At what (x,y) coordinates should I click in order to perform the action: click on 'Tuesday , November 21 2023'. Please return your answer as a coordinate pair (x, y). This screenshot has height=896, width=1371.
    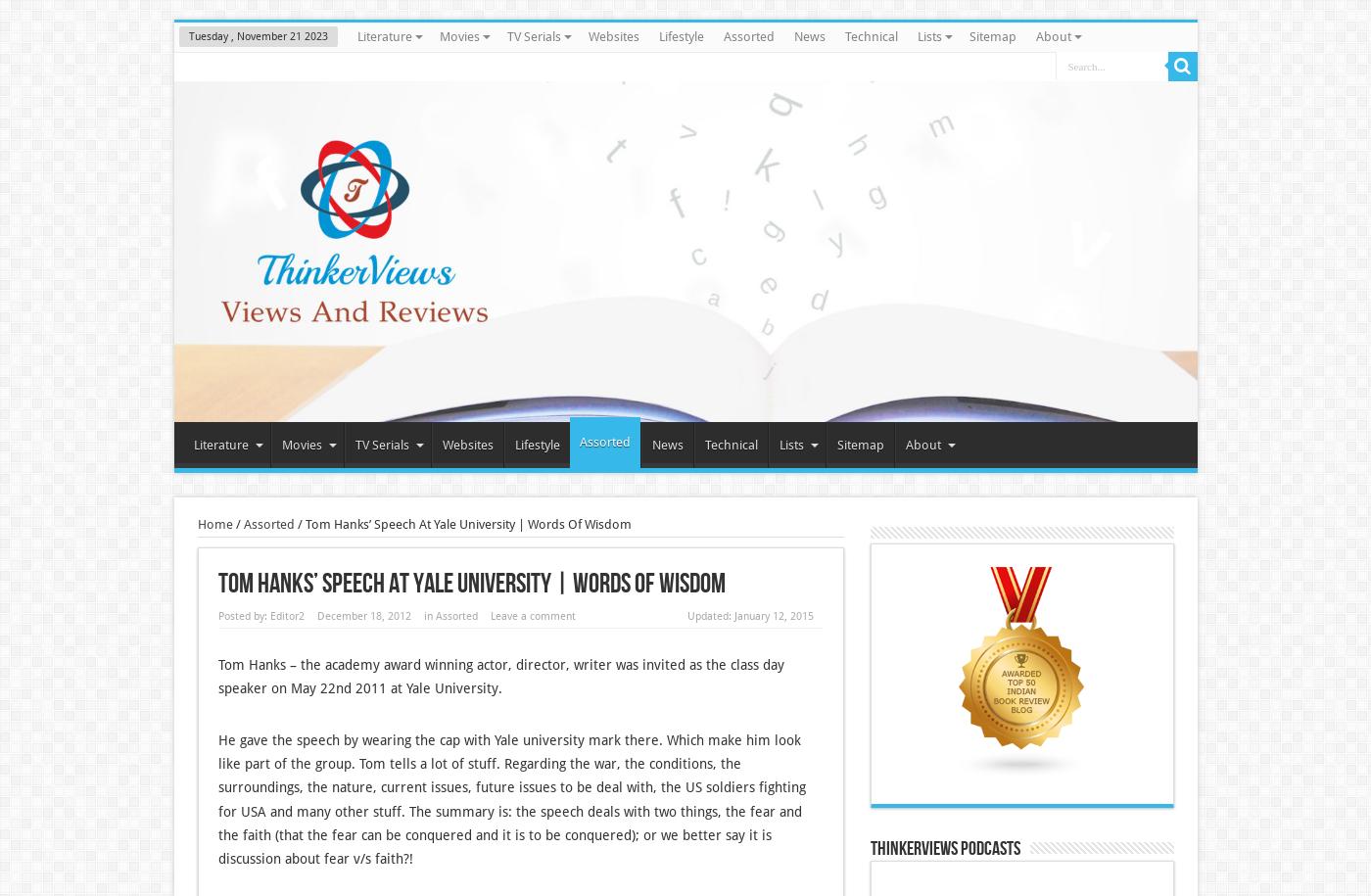
    Looking at the image, I should click on (187, 36).